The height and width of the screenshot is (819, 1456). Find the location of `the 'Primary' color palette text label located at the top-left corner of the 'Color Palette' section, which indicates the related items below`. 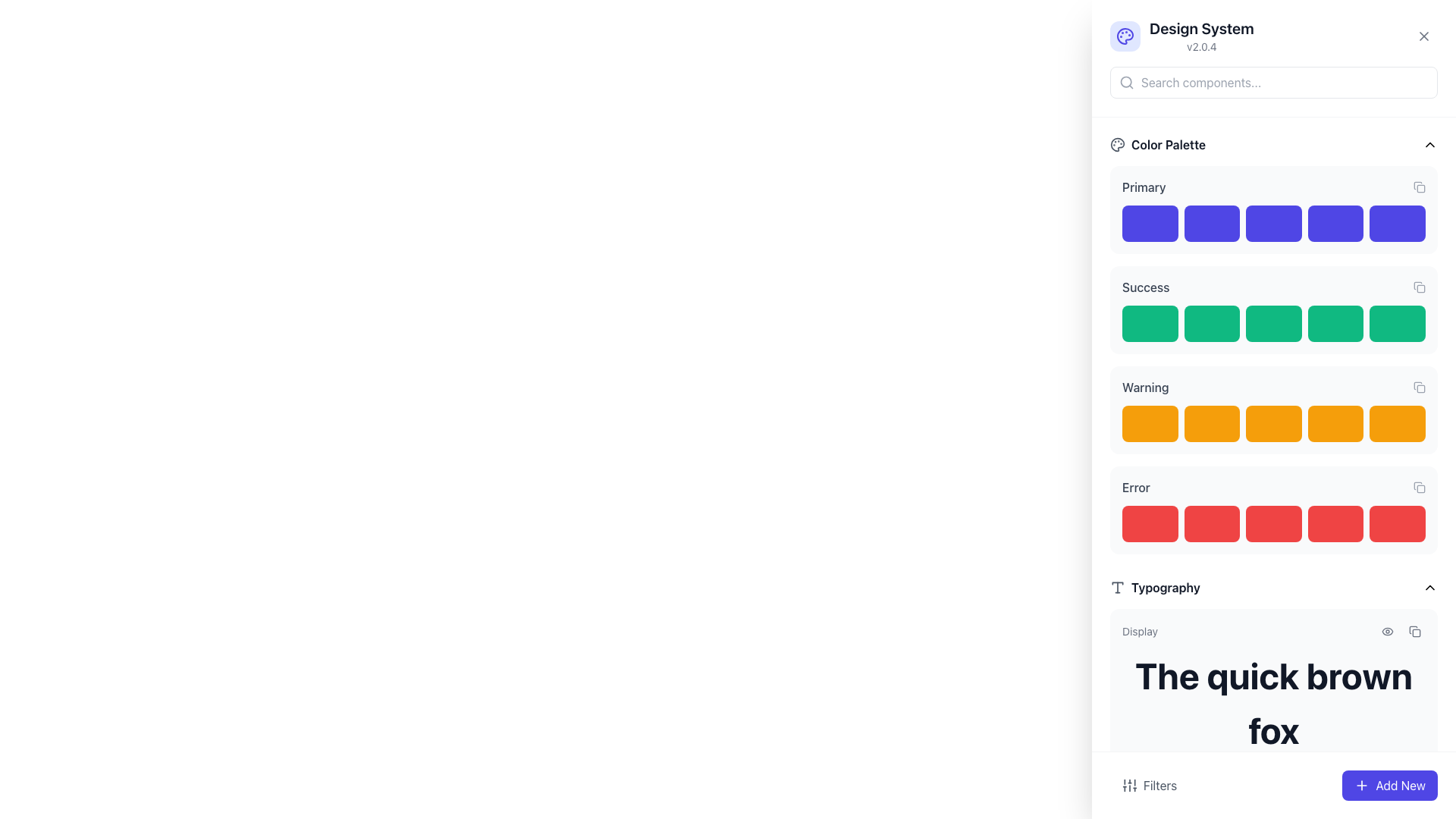

the 'Primary' color palette text label located at the top-left corner of the 'Color Palette' section, which indicates the related items below is located at coordinates (1144, 186).